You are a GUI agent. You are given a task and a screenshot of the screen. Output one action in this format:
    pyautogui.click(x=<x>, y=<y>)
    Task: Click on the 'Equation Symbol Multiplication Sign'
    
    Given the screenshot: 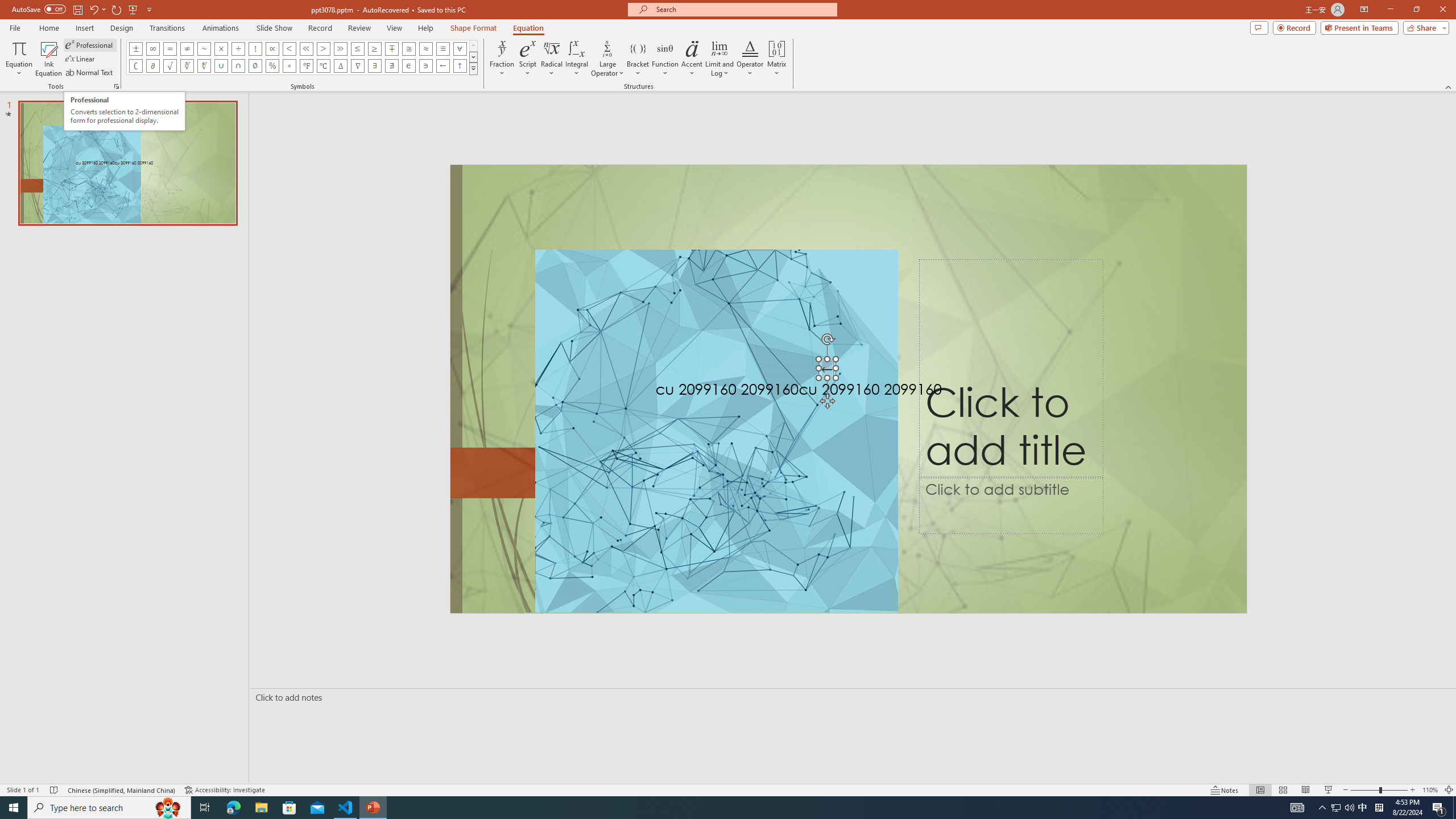 What is the action you would take?
    pyautogui.click(x=221, y=48)
    